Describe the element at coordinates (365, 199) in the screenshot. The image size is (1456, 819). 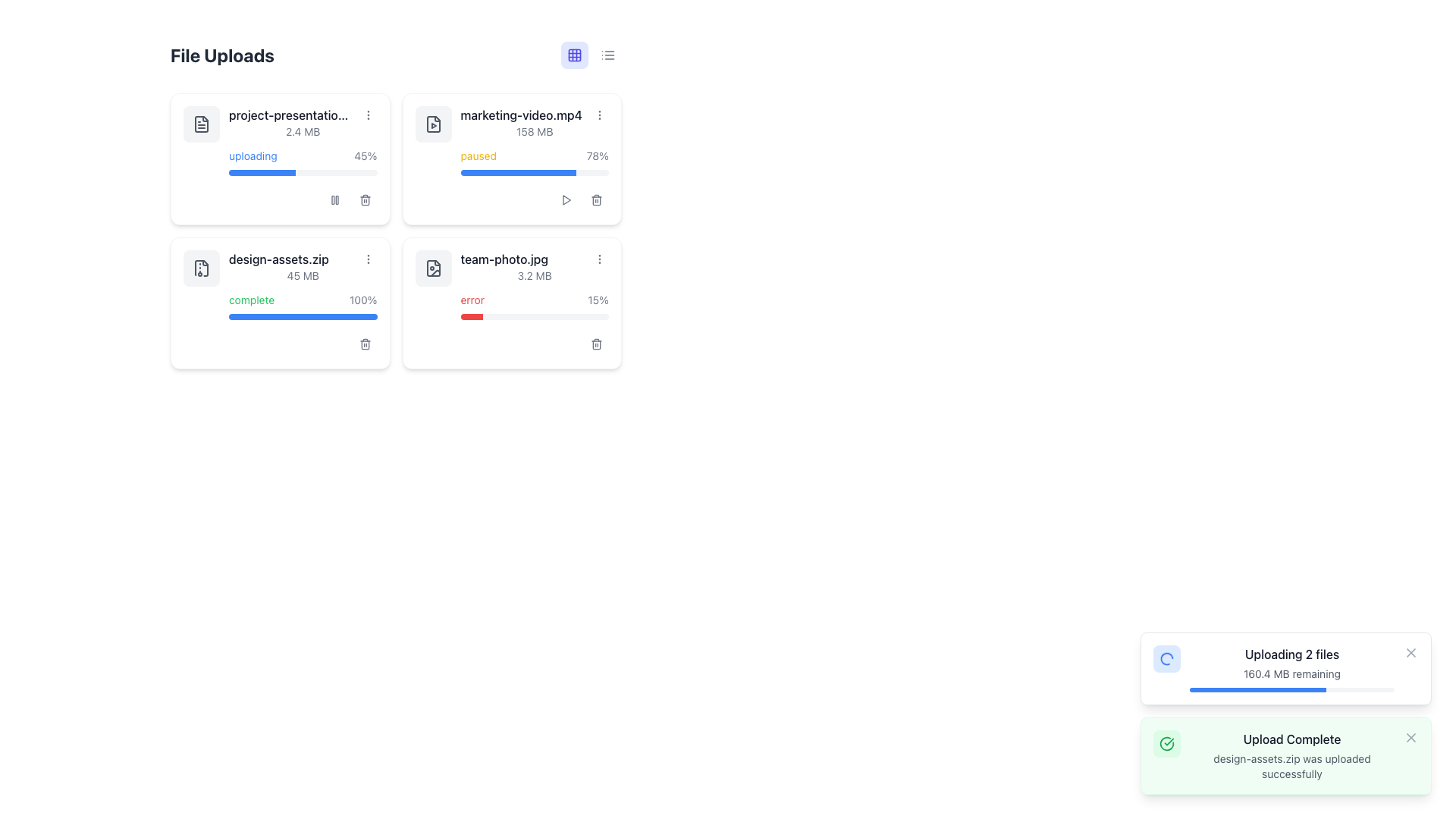
I see `the trash can icon button located in the bottom-right corner of the card for the file titled 'project-presentation...'` at that location.